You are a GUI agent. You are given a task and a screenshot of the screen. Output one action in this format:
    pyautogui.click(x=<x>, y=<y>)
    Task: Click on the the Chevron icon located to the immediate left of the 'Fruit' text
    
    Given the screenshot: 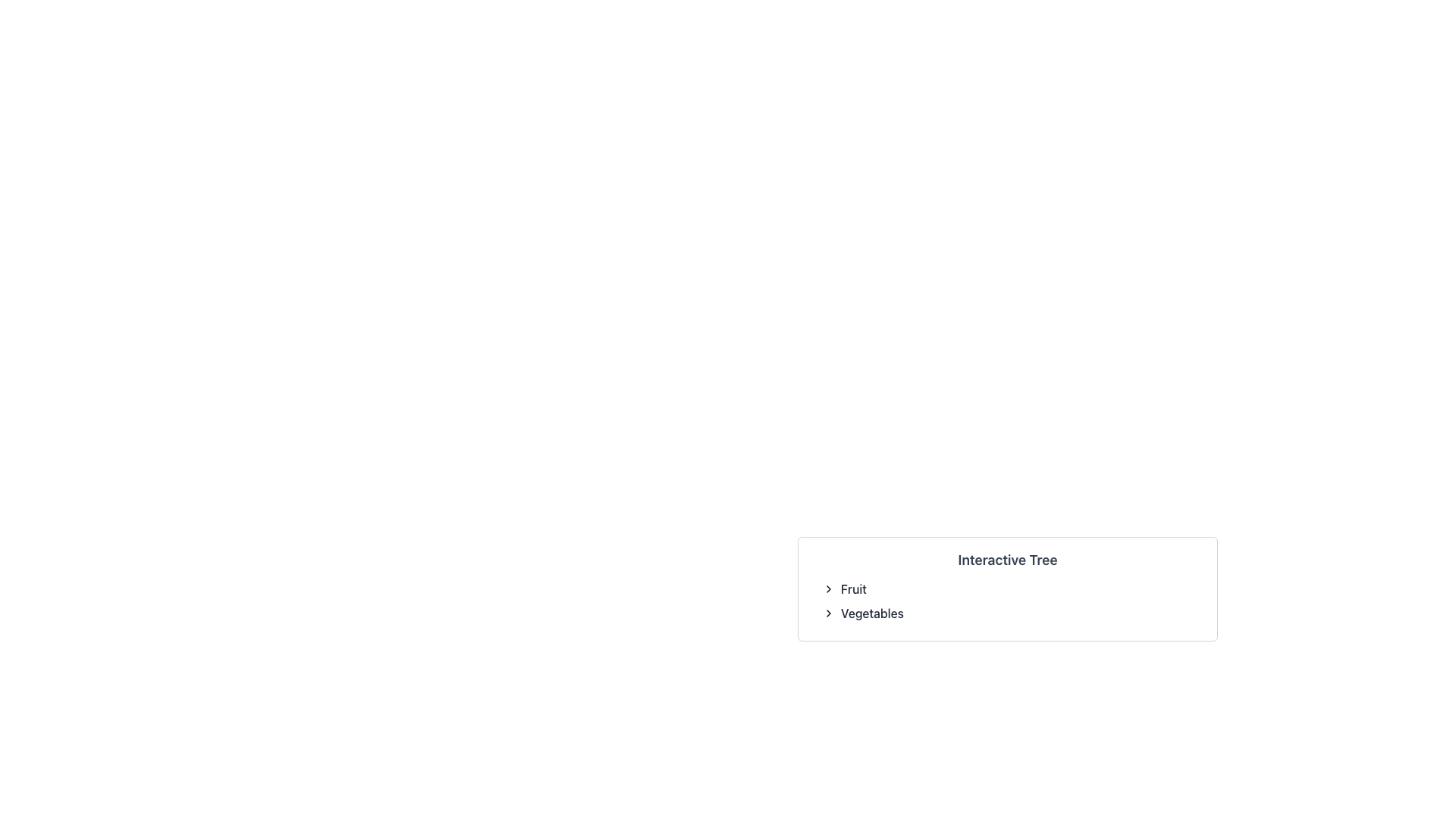 What is the action you would take?
    pyautogui.click(x=828, y=588)
    